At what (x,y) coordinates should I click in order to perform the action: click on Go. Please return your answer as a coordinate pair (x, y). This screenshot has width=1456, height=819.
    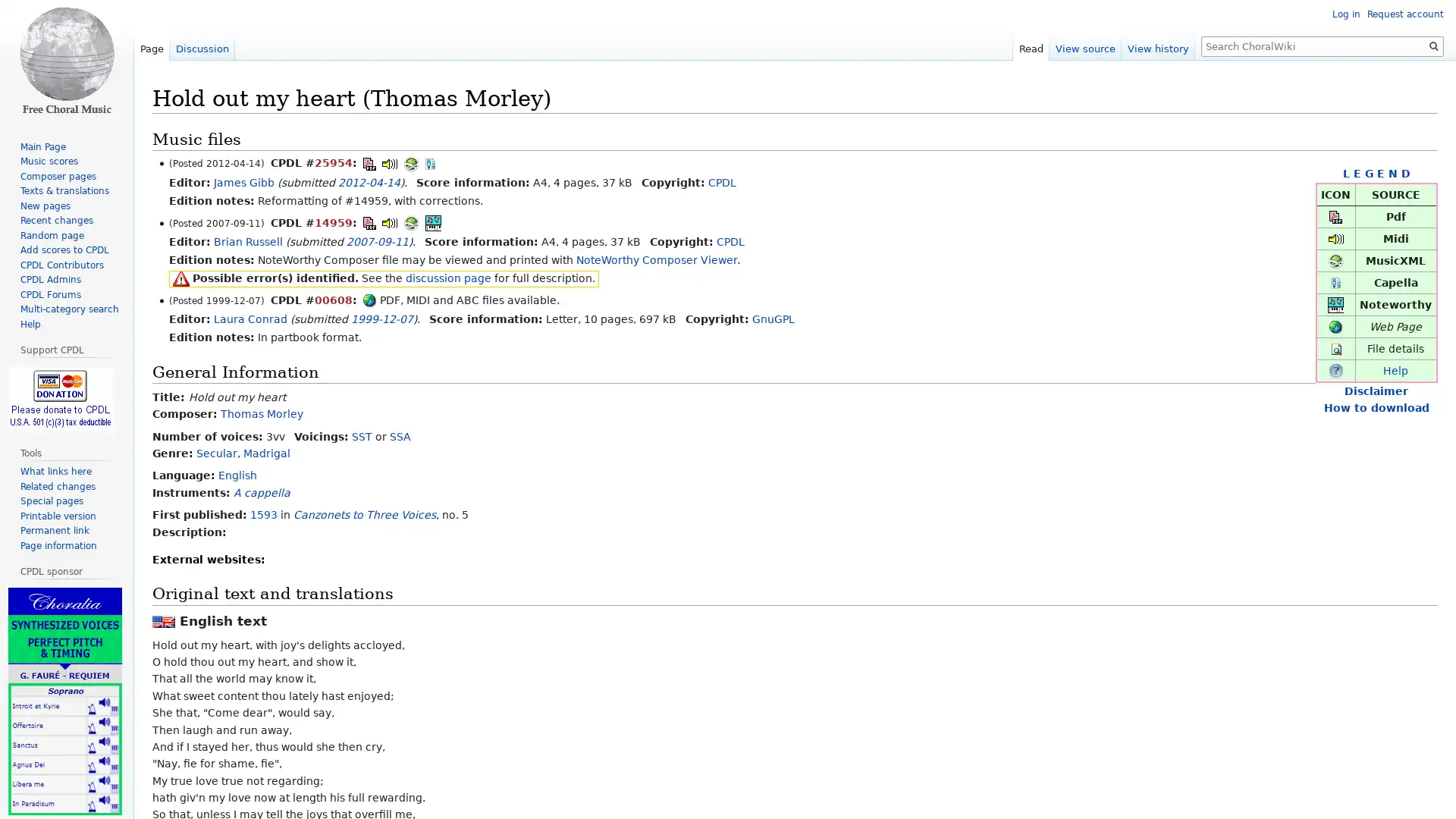
    Looking at the image, I should click on (1433, 45).